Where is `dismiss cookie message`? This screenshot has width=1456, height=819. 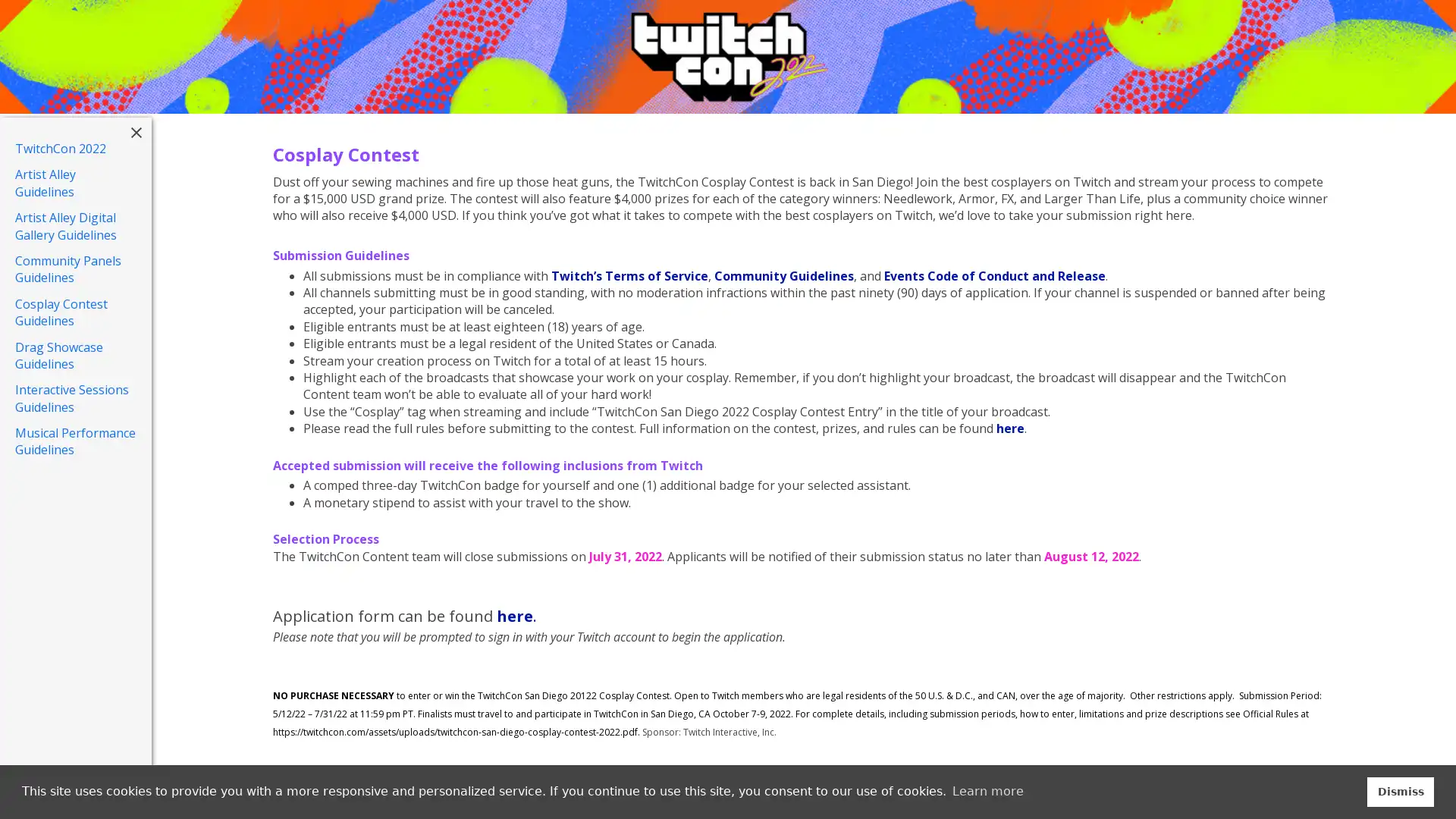
dismiss cookie message is located at coordinates (1400, 791).